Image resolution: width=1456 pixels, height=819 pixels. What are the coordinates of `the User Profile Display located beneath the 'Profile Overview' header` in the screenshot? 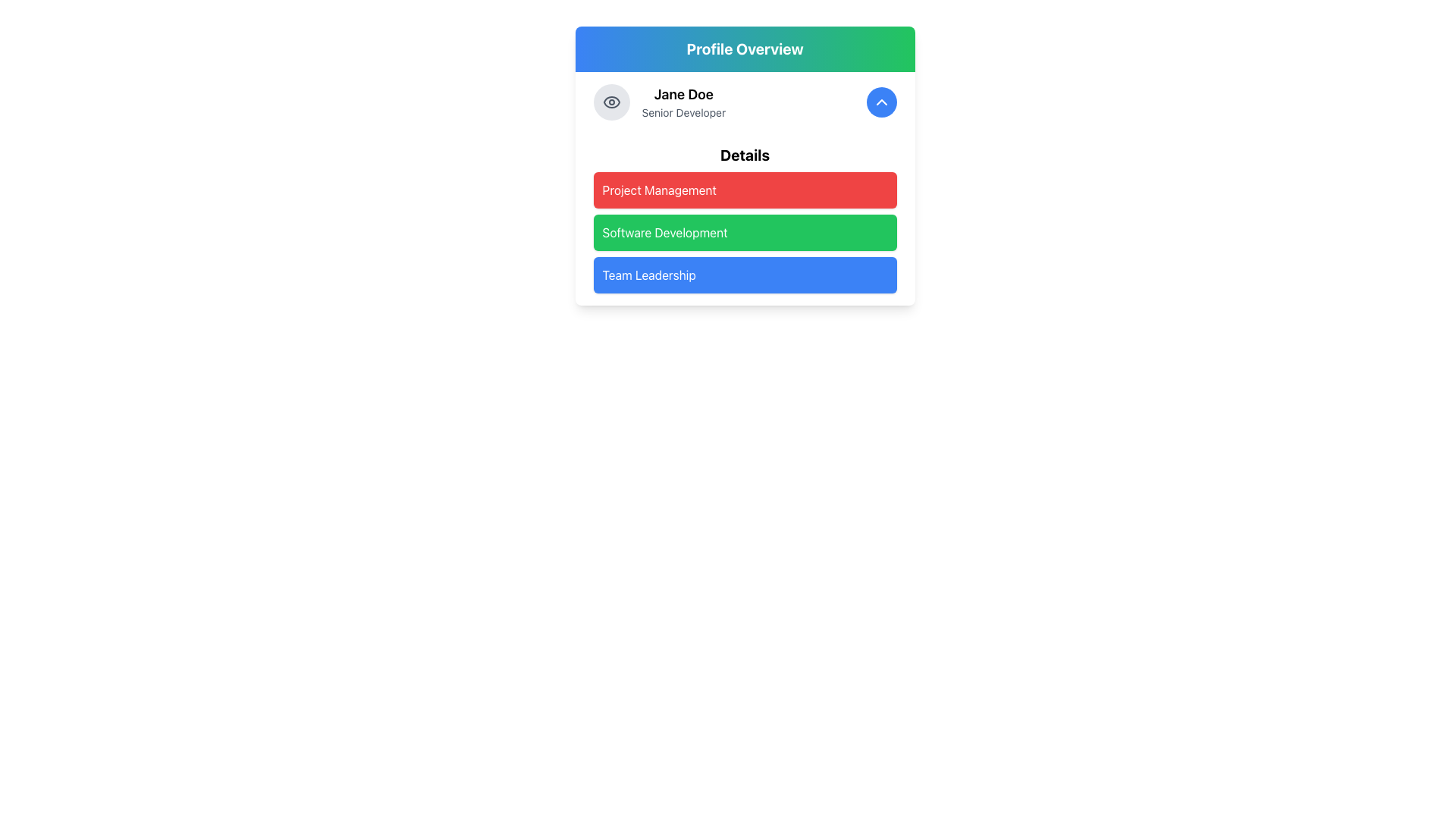 It's located at (659, 102).